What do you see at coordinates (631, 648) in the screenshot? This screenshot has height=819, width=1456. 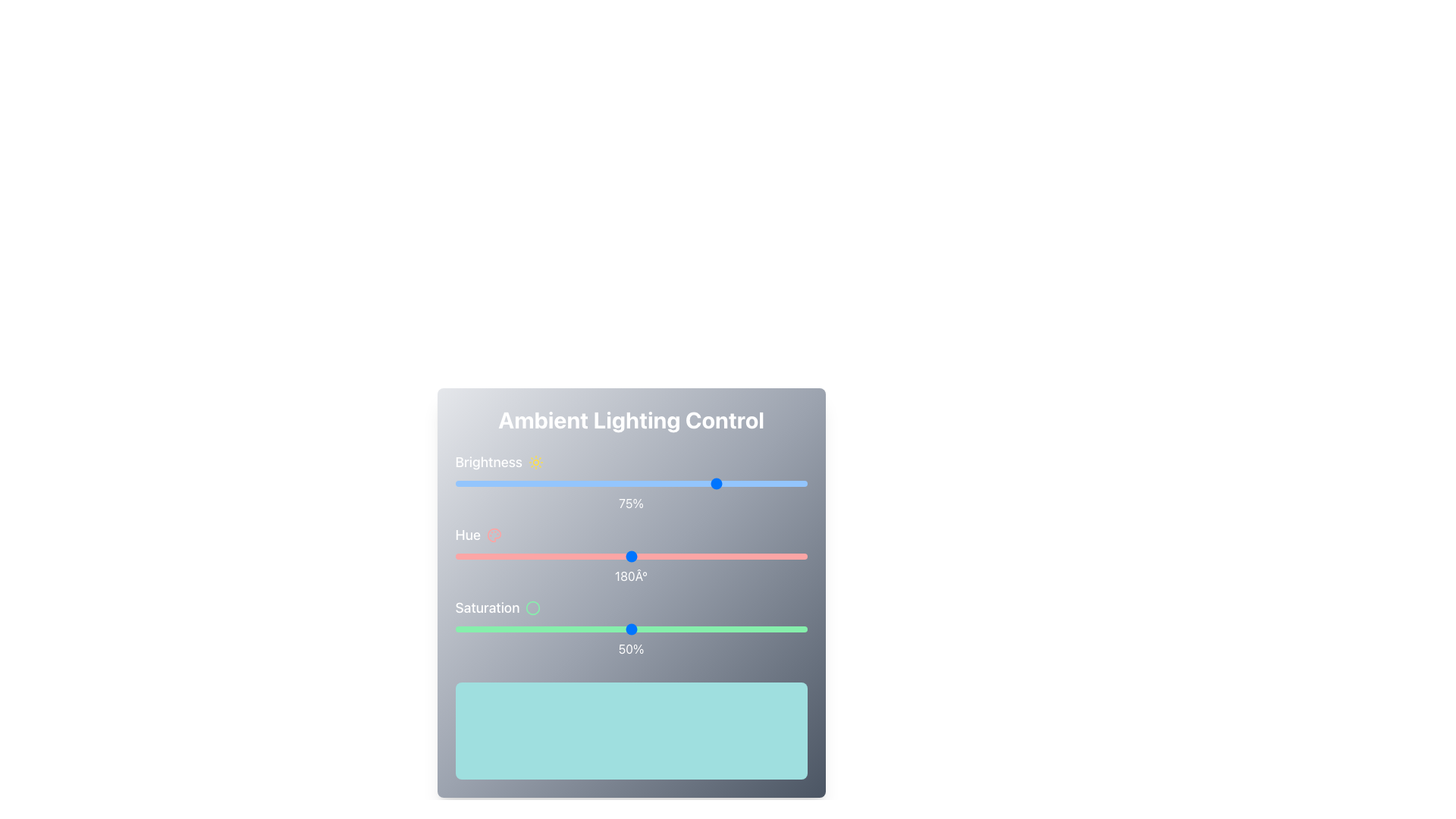 I see `the text label displaying '50%' that is styled with a white font color and is centered below the 'Saturation' slider in the control panel interface` at bounding box center [631, 648].